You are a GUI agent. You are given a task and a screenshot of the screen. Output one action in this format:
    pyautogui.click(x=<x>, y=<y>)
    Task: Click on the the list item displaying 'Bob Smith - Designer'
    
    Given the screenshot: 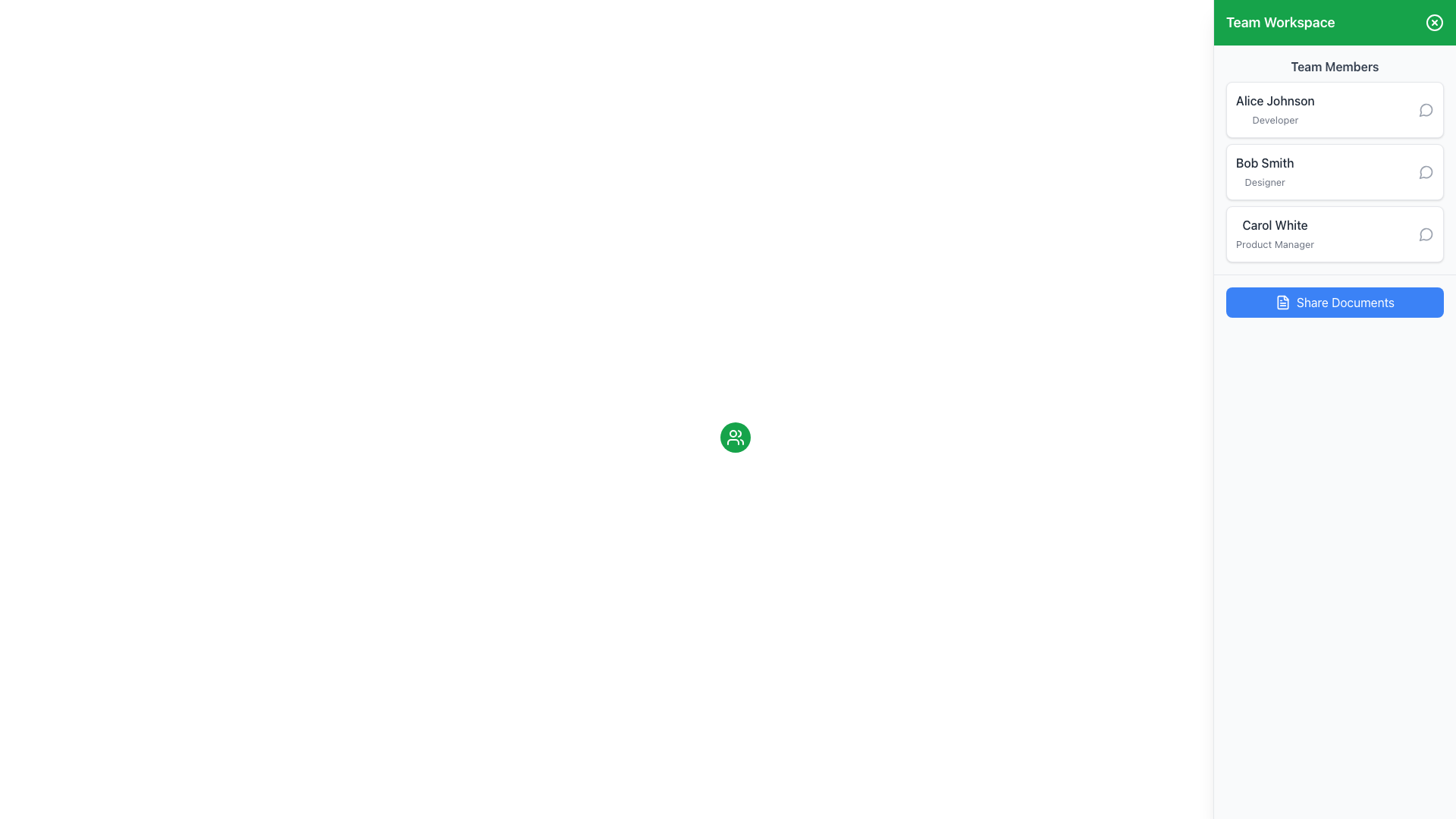 What is the action you would take?
    pyautogui.click(x=1335, y=171)
    